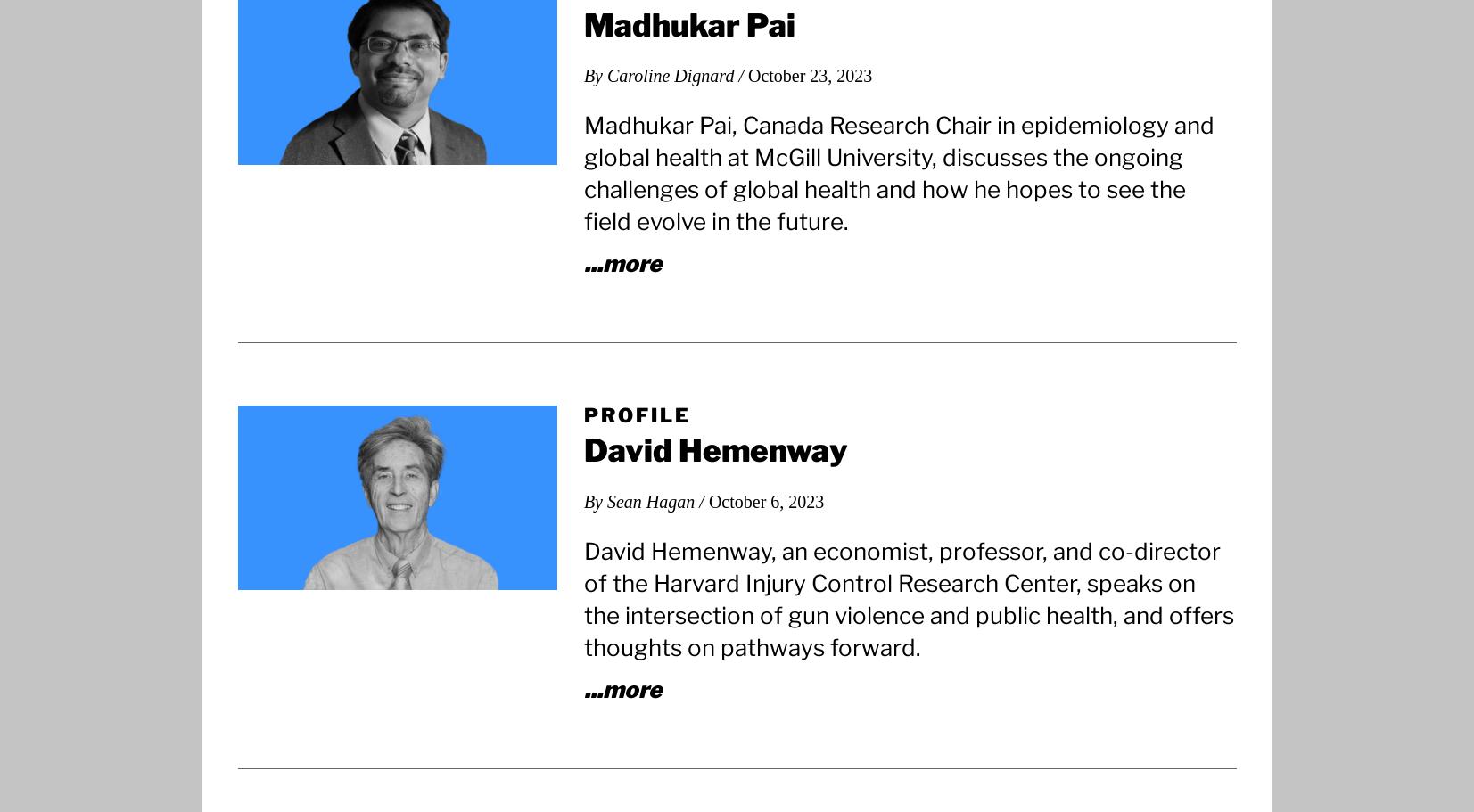 The height and width of the screenshot is (812, 1474). Describe the element at coordinates (766, 500) in the screenshot. I see `'October 6, 2023'` at that location.